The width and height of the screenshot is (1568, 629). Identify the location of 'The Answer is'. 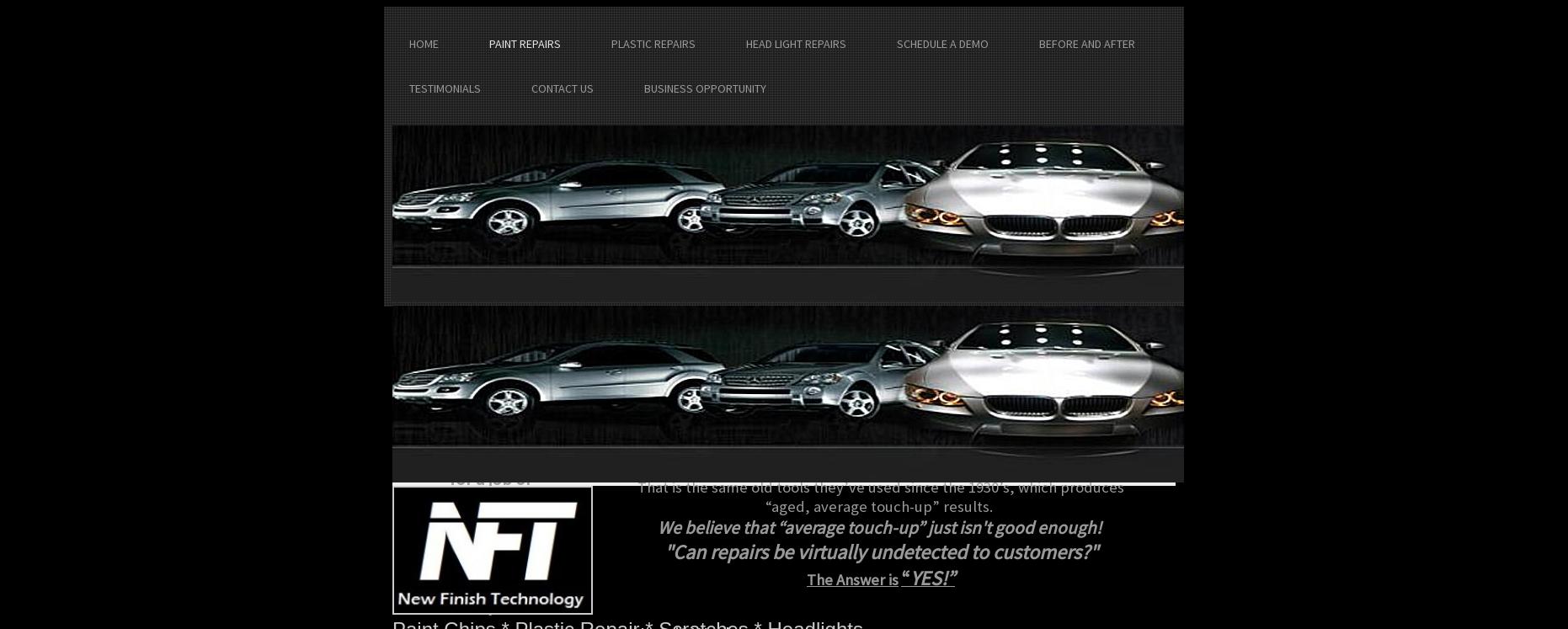
(852, 579).